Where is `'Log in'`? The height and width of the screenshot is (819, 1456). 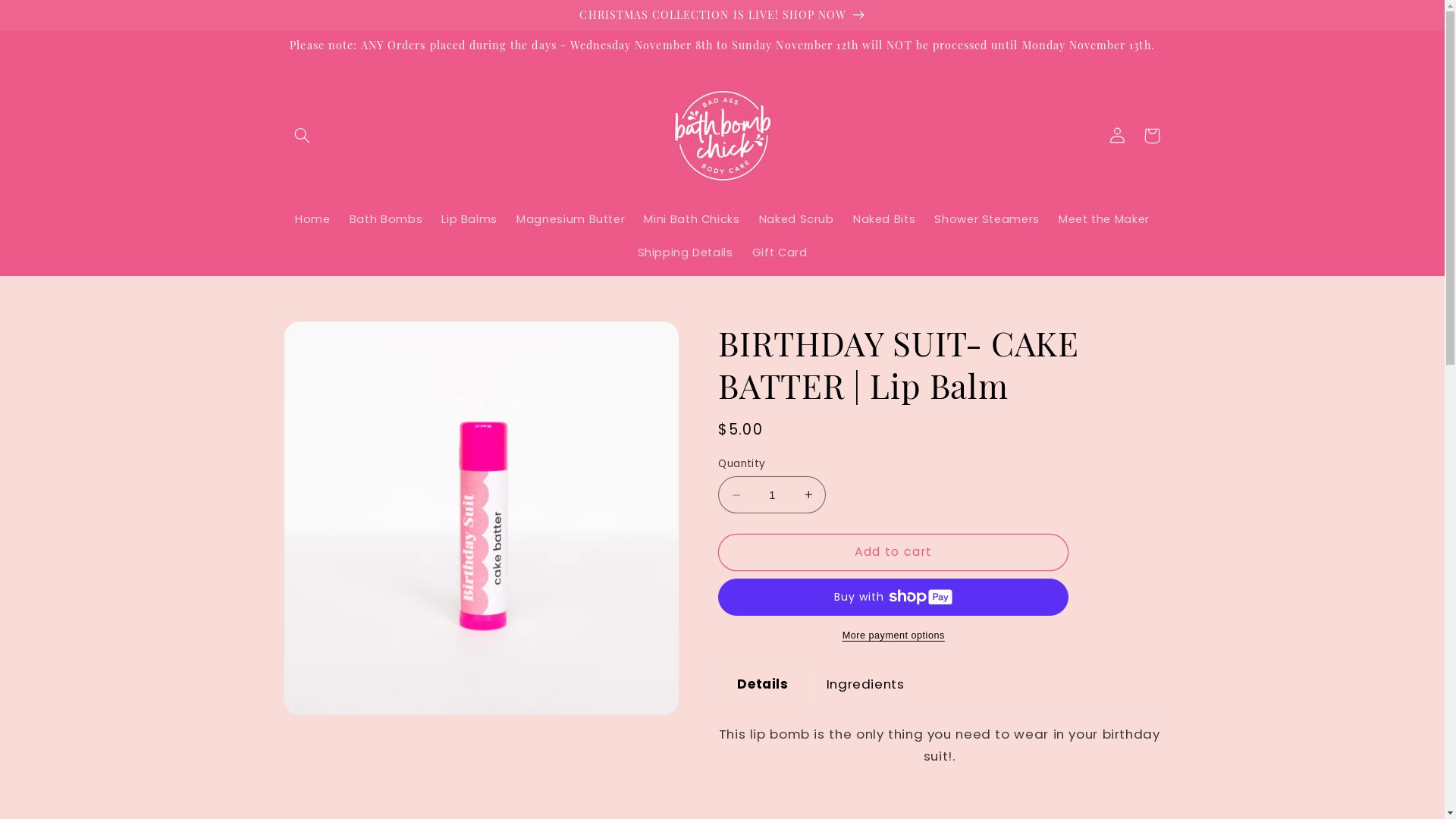
'Log in' is located at coordinates (1117, 134).